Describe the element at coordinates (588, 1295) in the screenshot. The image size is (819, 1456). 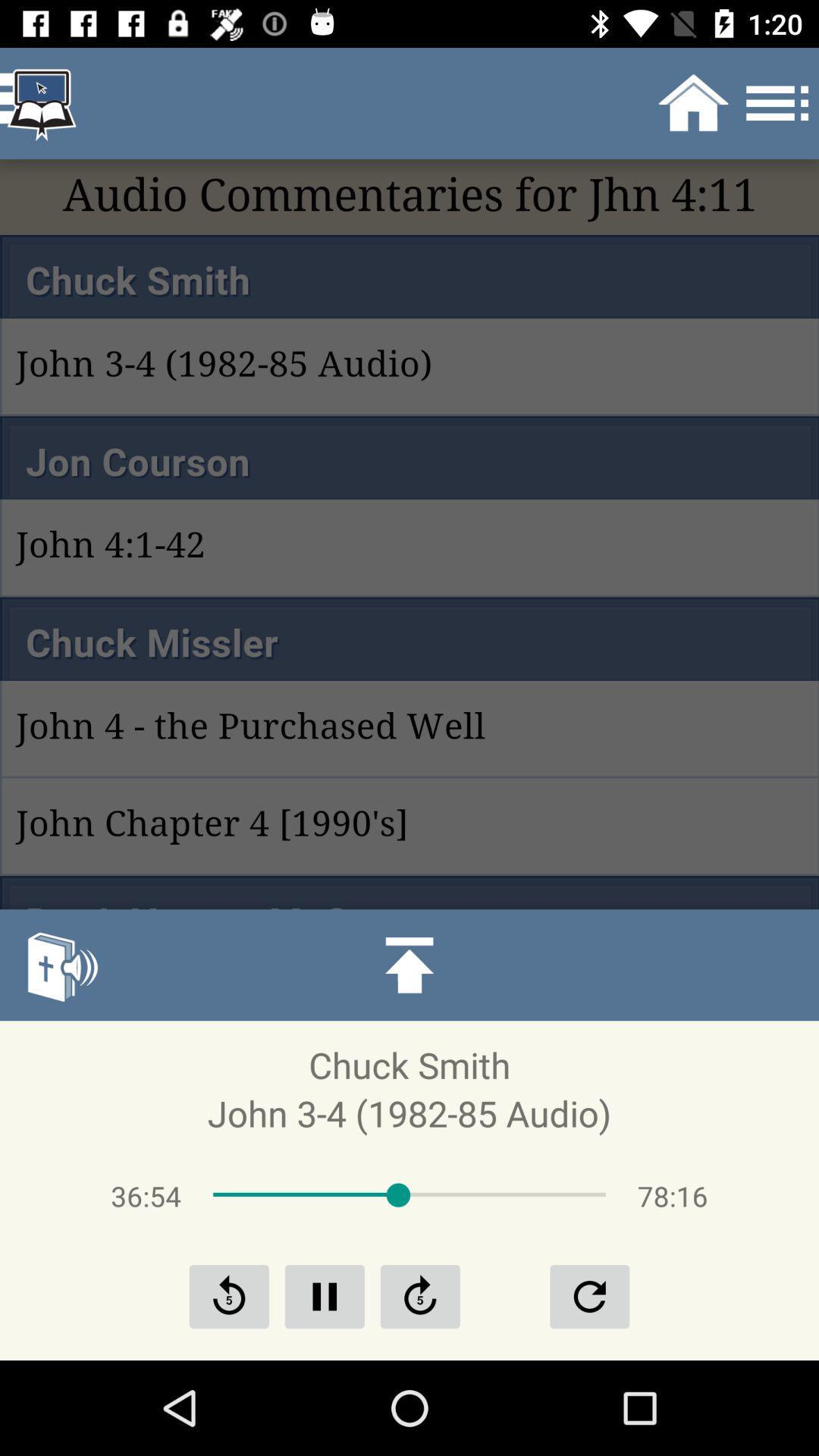
I see `undo button` at that location.